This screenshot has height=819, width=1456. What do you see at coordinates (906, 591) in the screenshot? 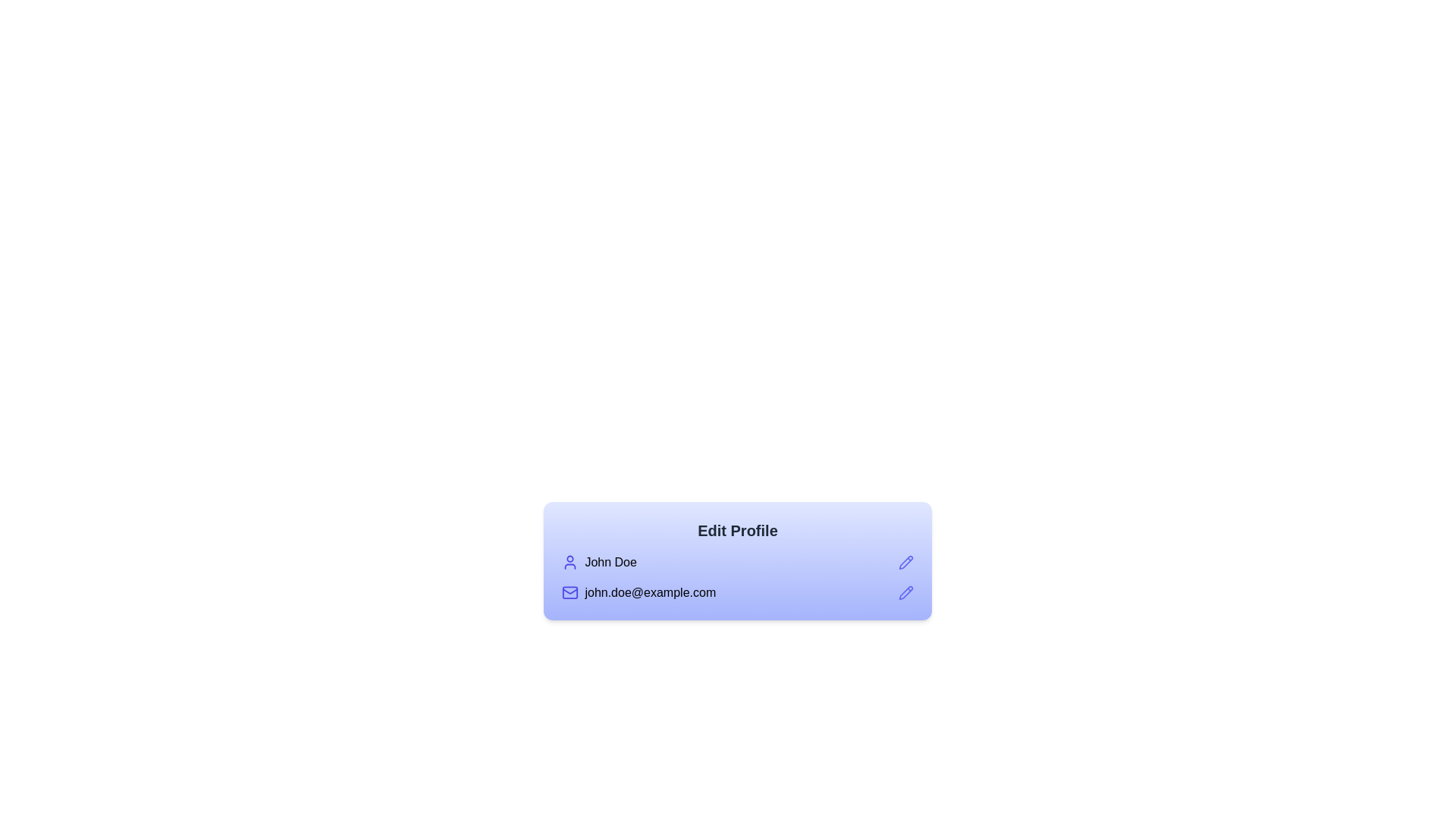
I see `the Edit icon button, which is a pencil icon located` at bounding box center [906, 591].